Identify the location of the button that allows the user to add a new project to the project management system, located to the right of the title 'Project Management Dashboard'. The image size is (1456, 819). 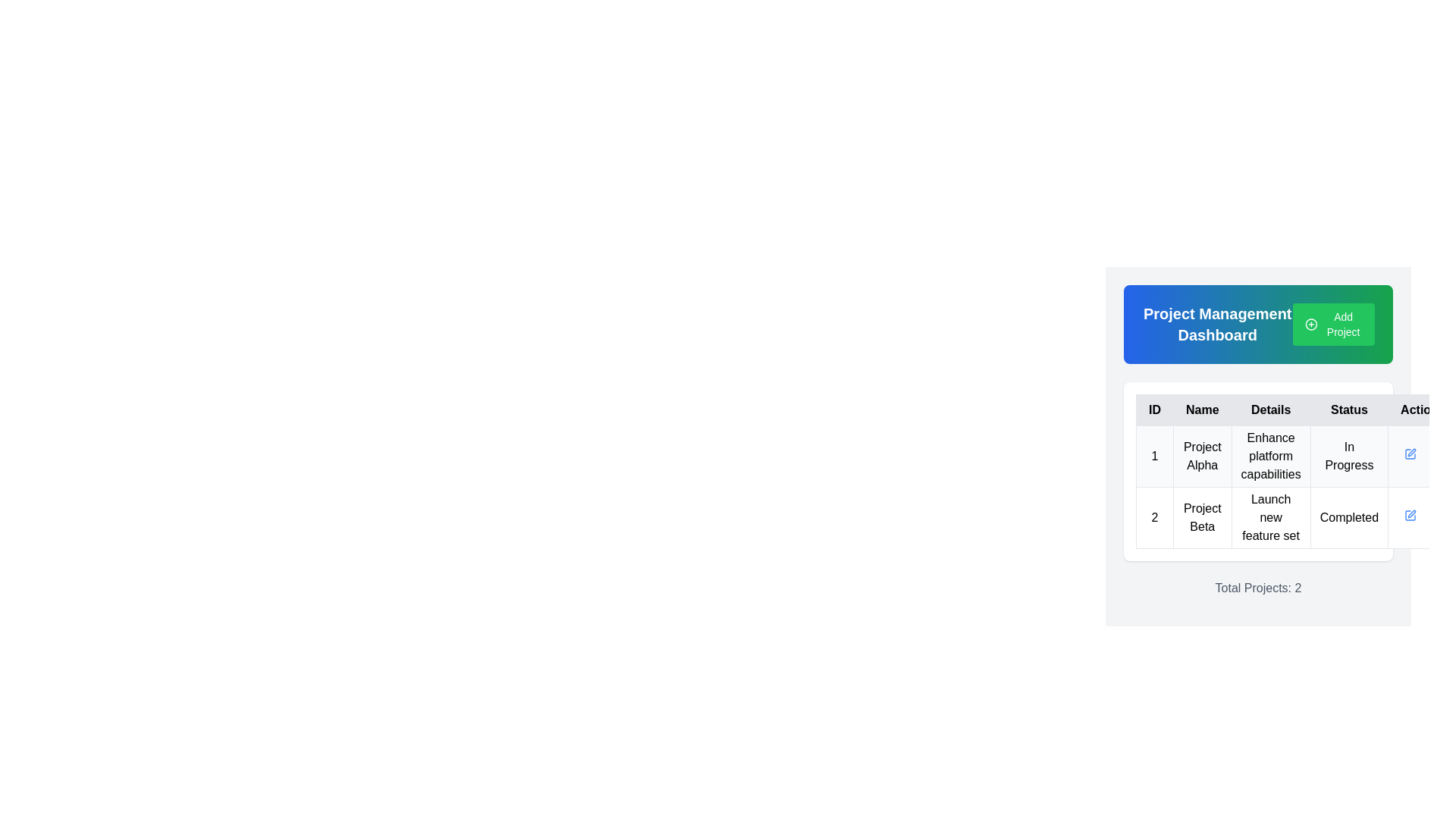
(1333, 324).